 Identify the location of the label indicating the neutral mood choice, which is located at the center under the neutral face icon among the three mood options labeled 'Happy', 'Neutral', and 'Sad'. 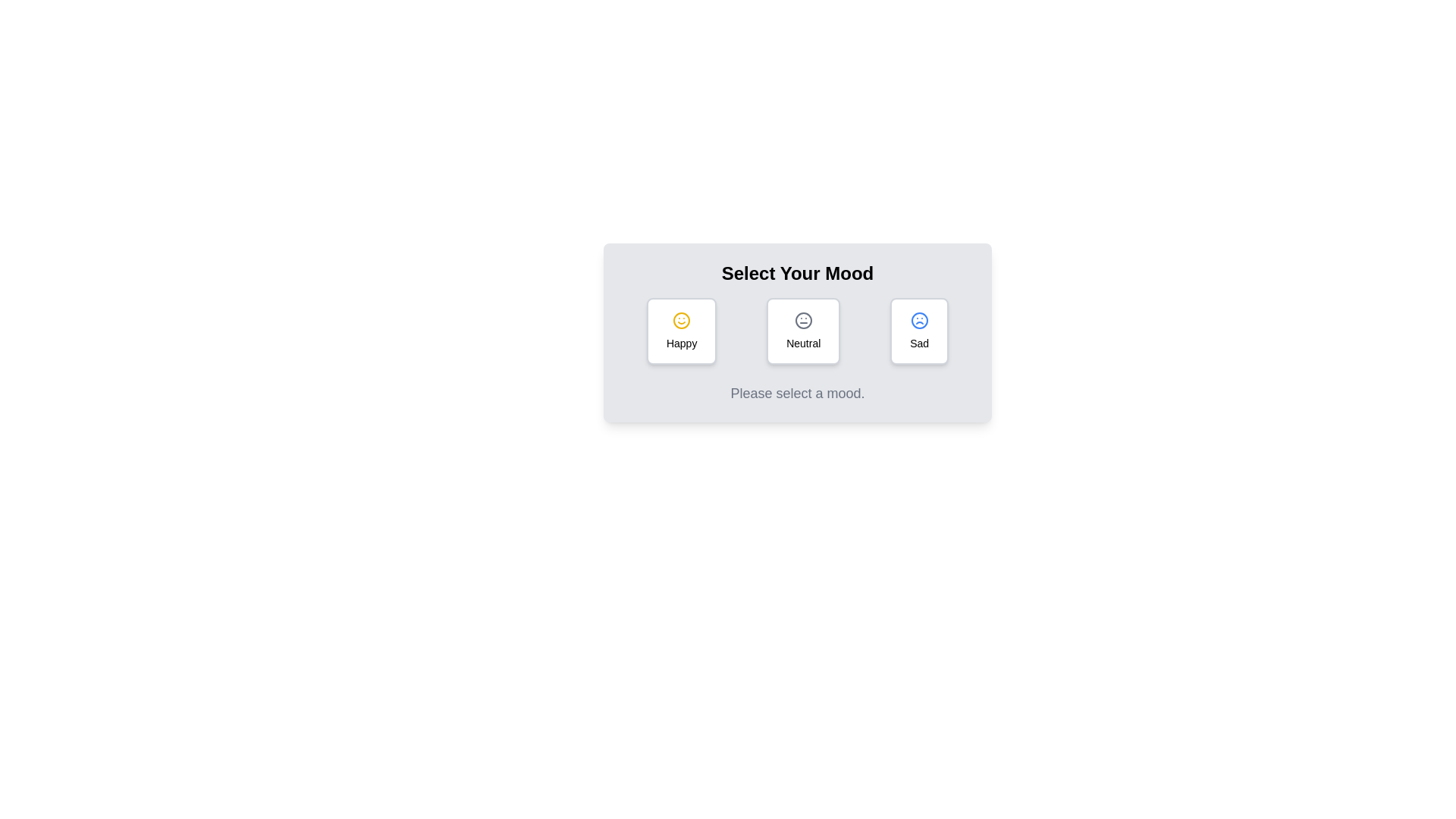
(802, 343).